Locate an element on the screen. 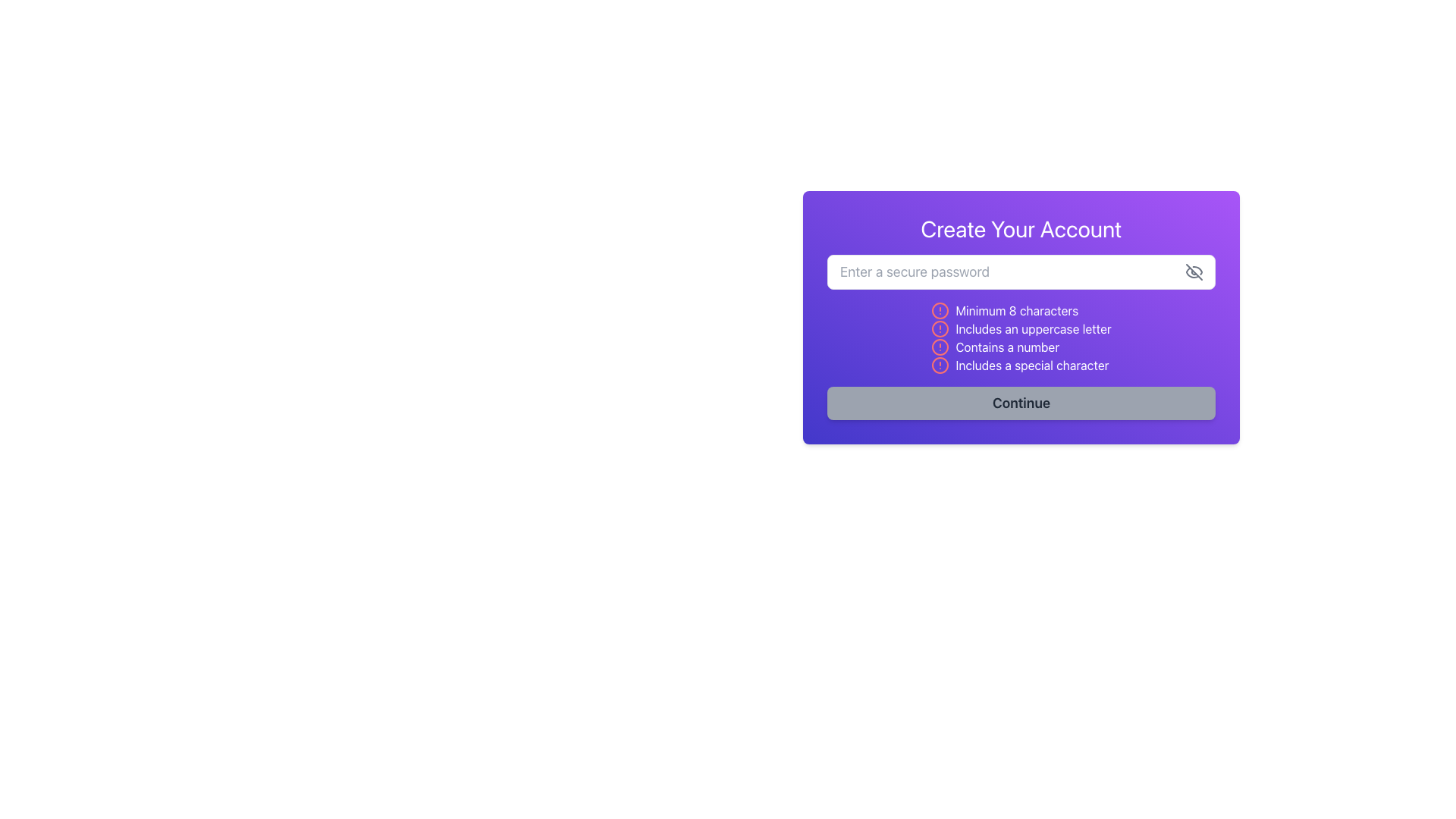  the warning icon indicating the unmet condition for an uppercase letter in the password requirement, positioned to the left of the text 'Includes an uppercase letter' is located at coordinates (940, 328).